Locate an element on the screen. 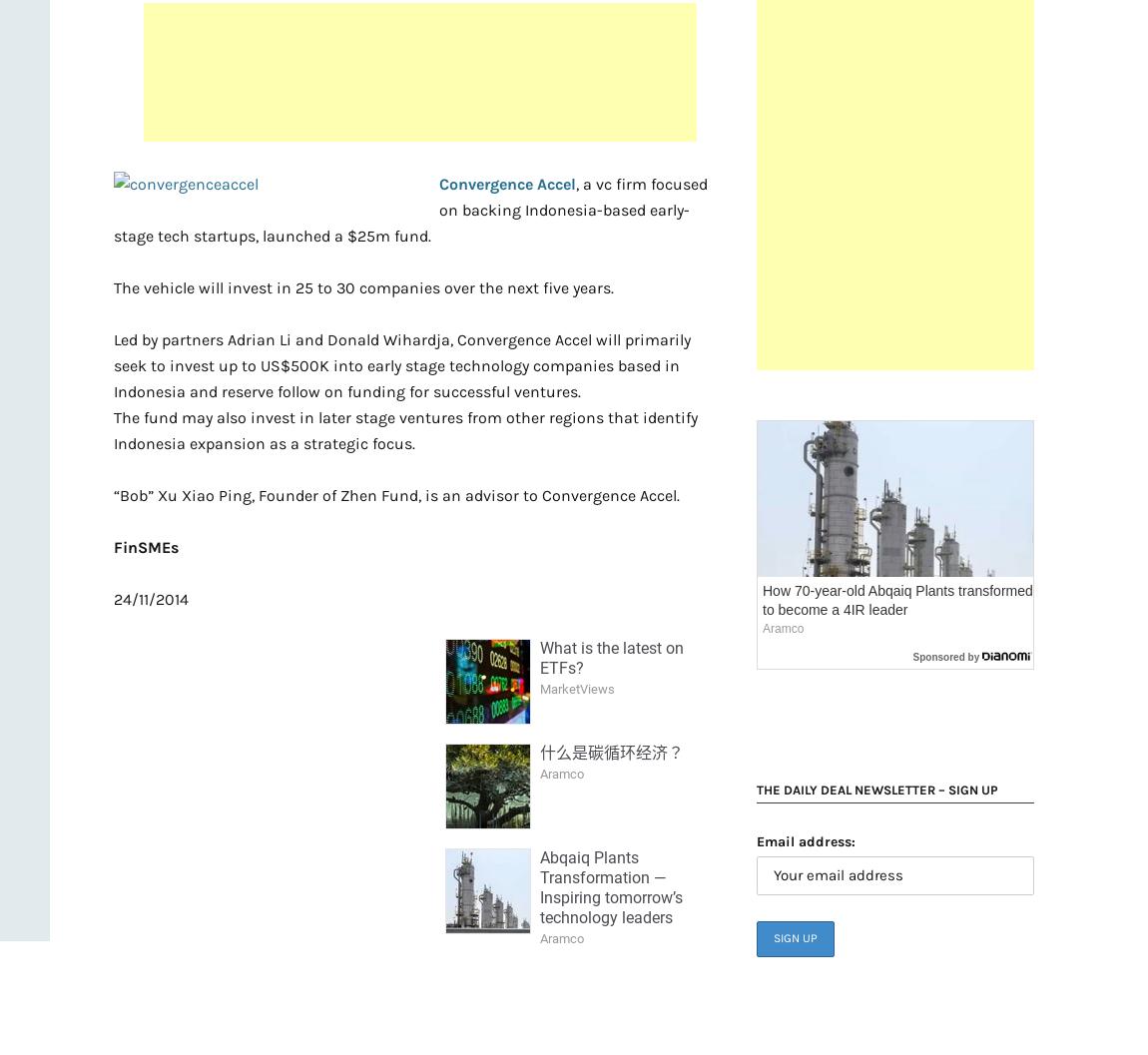  '24/11/2014' is located at coordinates (150, 598).